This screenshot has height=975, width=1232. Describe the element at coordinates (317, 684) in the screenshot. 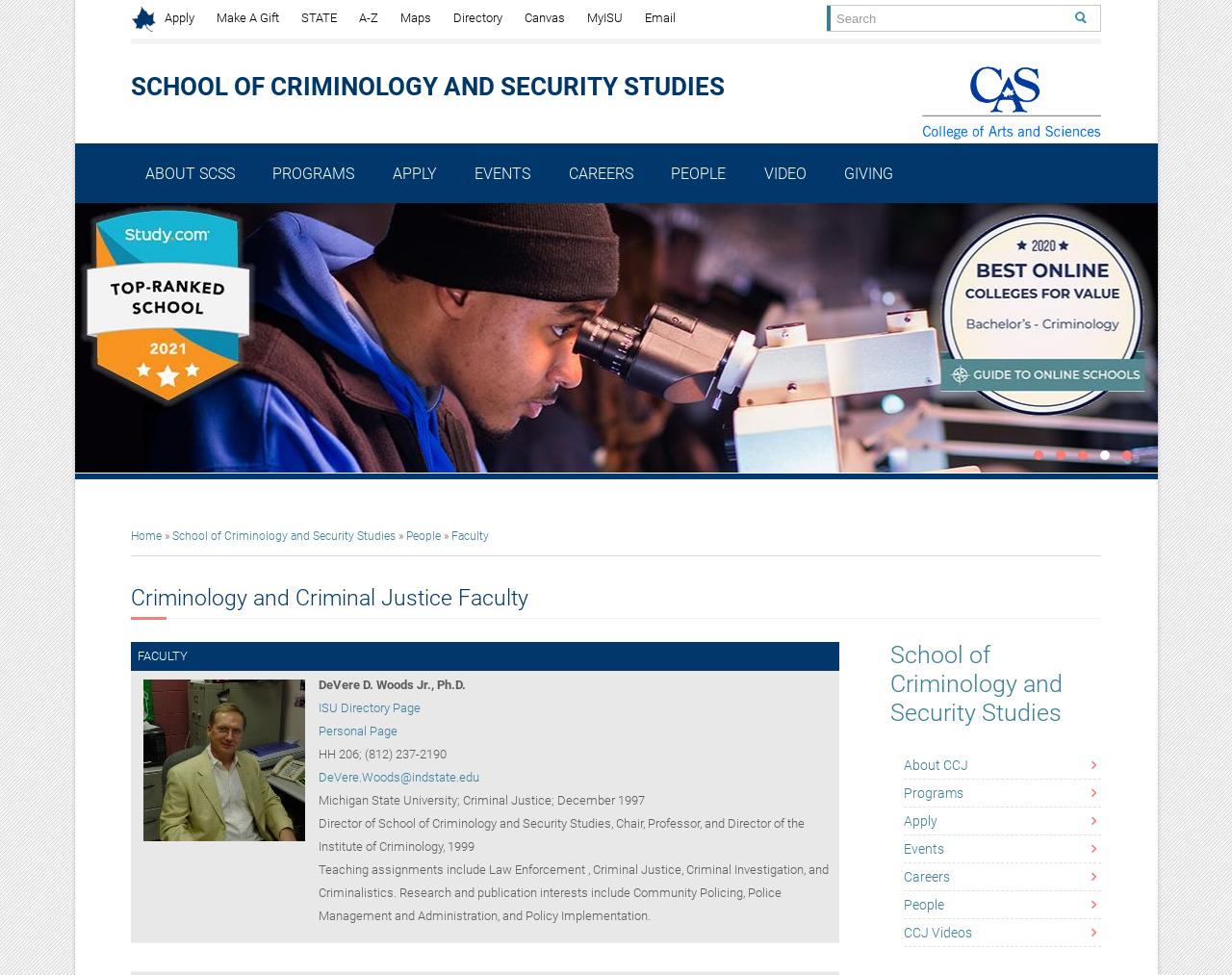

I see `'DeVere D. Woods Jr., Ph.D.'` at that location.